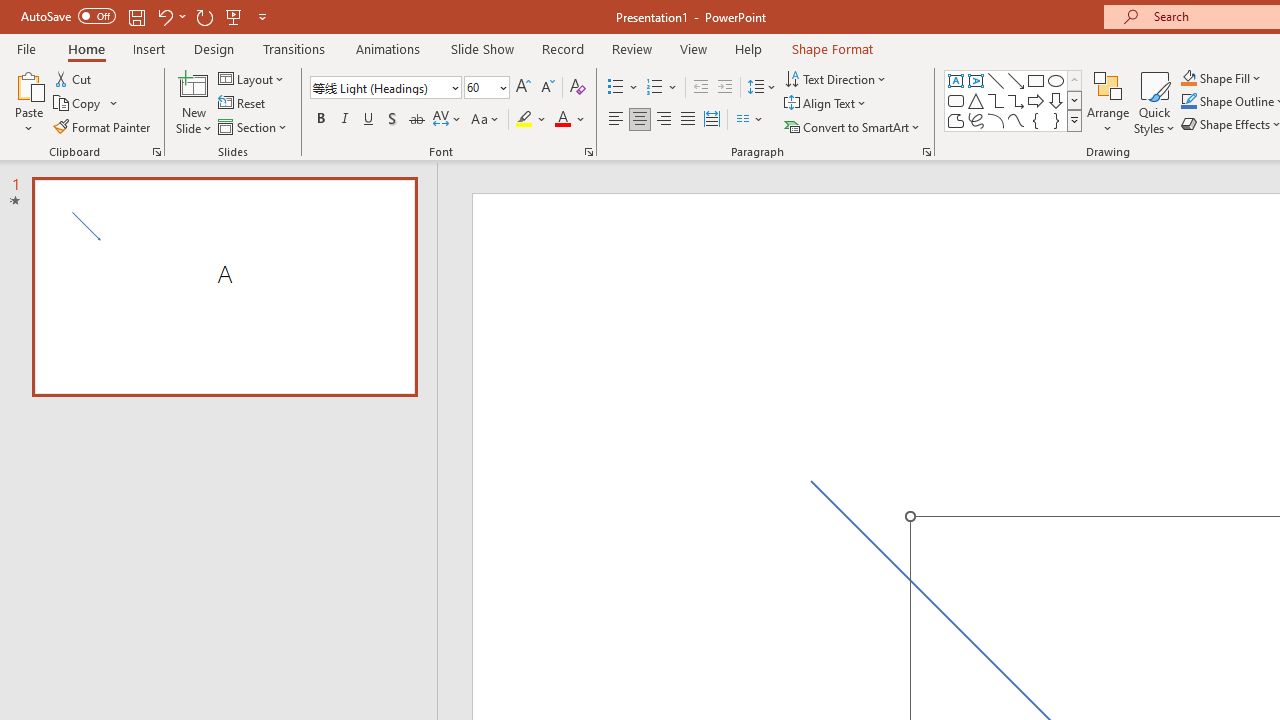  Describe the element at coordinates (1189, 101) in the screenshot. I see `'Shape Outline Blue, Accent 1'` at that location.